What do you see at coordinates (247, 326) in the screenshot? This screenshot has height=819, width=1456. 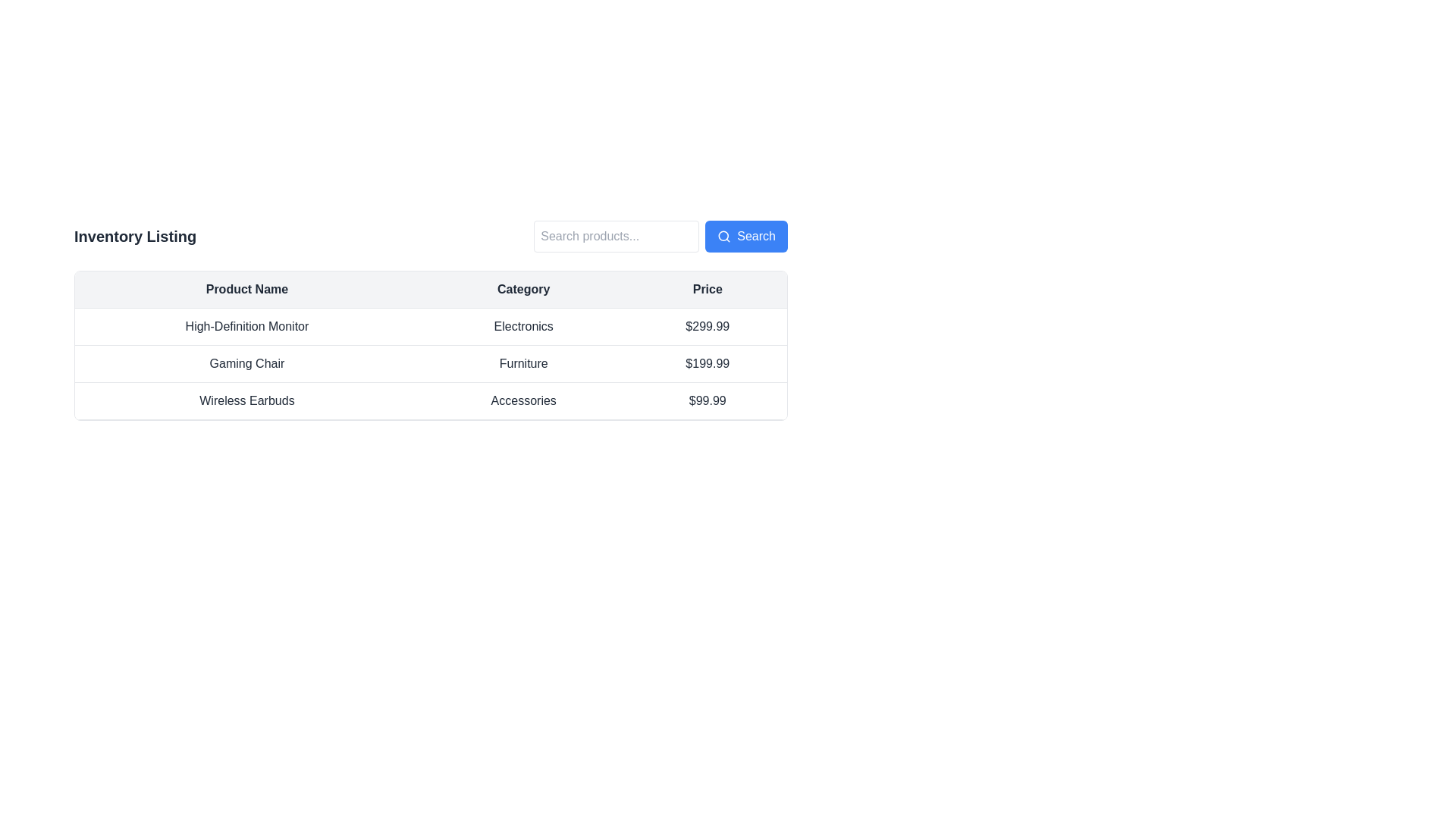 I see `the text label displaying 'High-Definition Monitor' under the 'Product Name' column to read its content` at bounding box center [247, 326].